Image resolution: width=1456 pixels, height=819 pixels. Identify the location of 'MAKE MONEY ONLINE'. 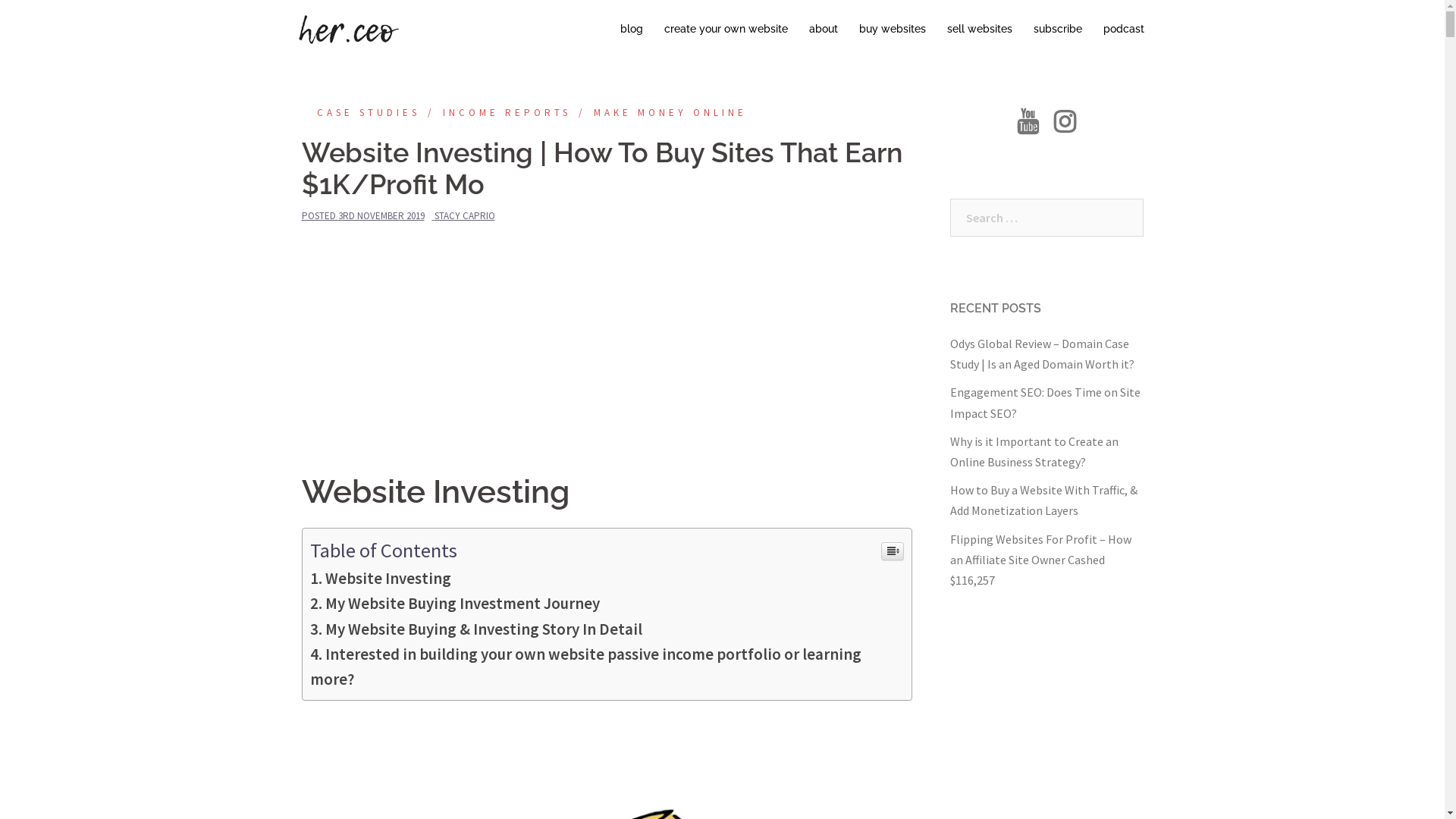
(658, 111).